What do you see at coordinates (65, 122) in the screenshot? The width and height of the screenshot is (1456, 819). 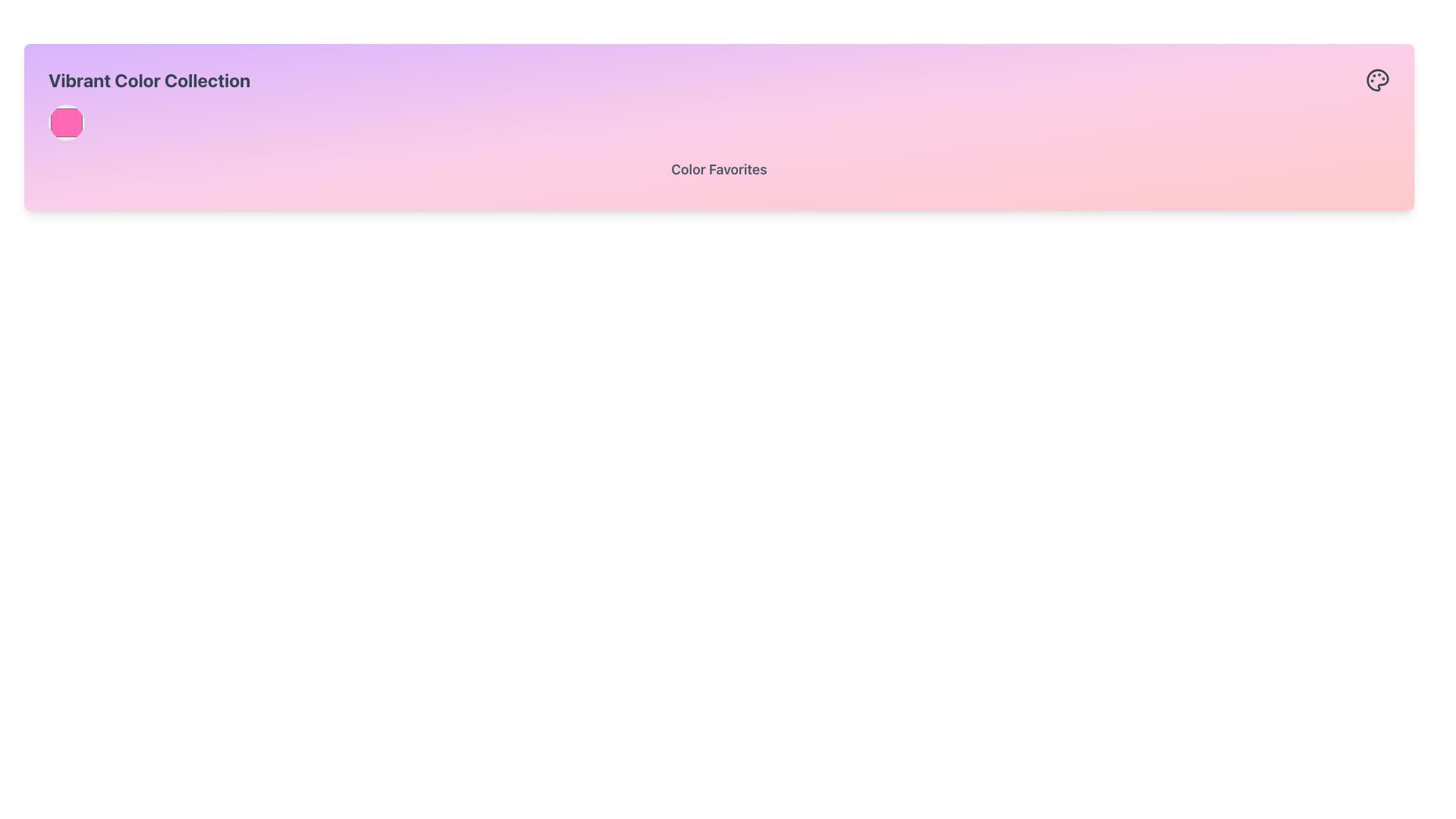 I see `the circular interactive button with a pink fill color located below the title 'Vibrant Color Collection'` at bounding box center [65, 122].